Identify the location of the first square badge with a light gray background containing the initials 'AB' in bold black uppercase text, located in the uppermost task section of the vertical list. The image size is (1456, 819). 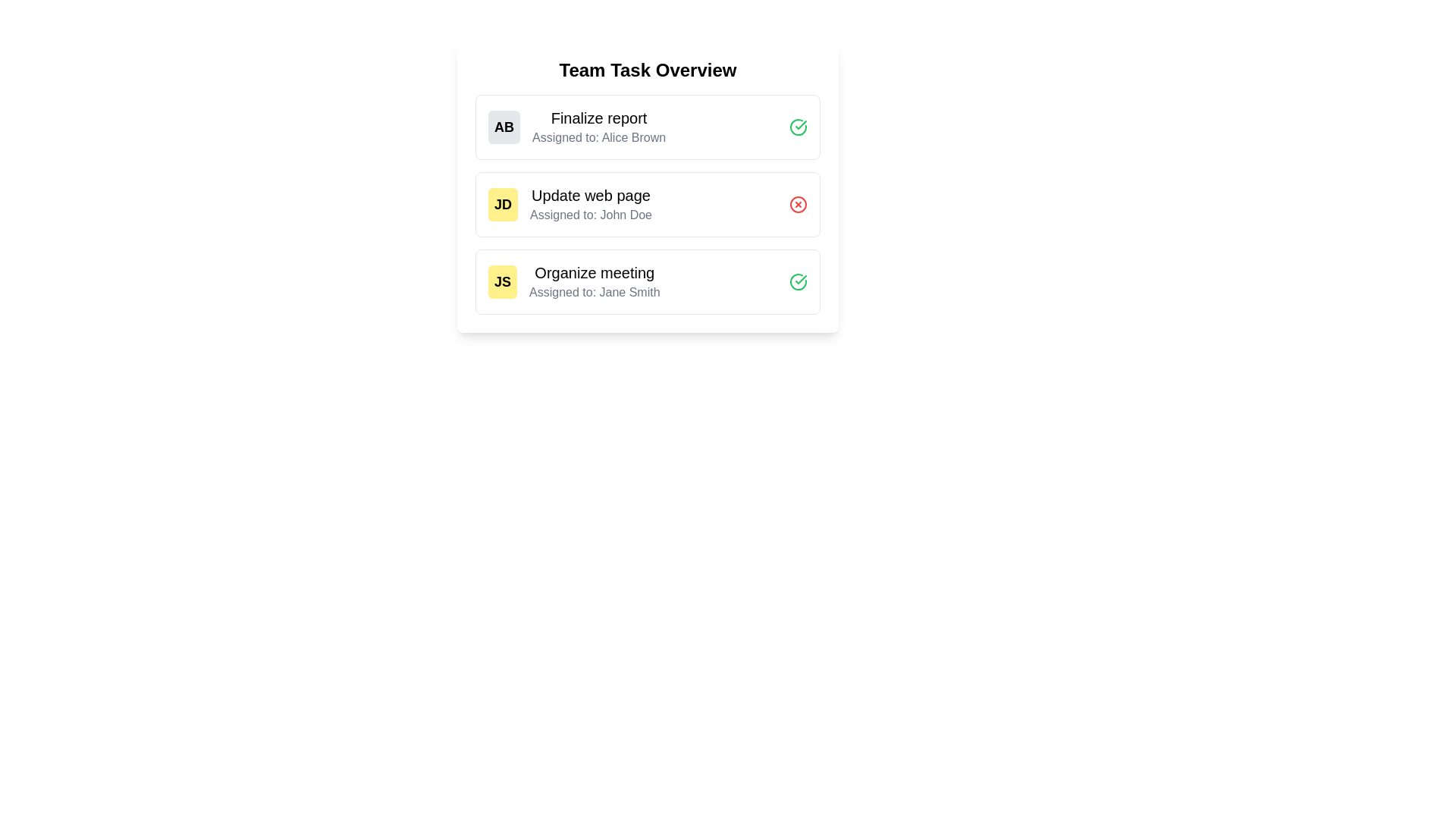
(504, 127).